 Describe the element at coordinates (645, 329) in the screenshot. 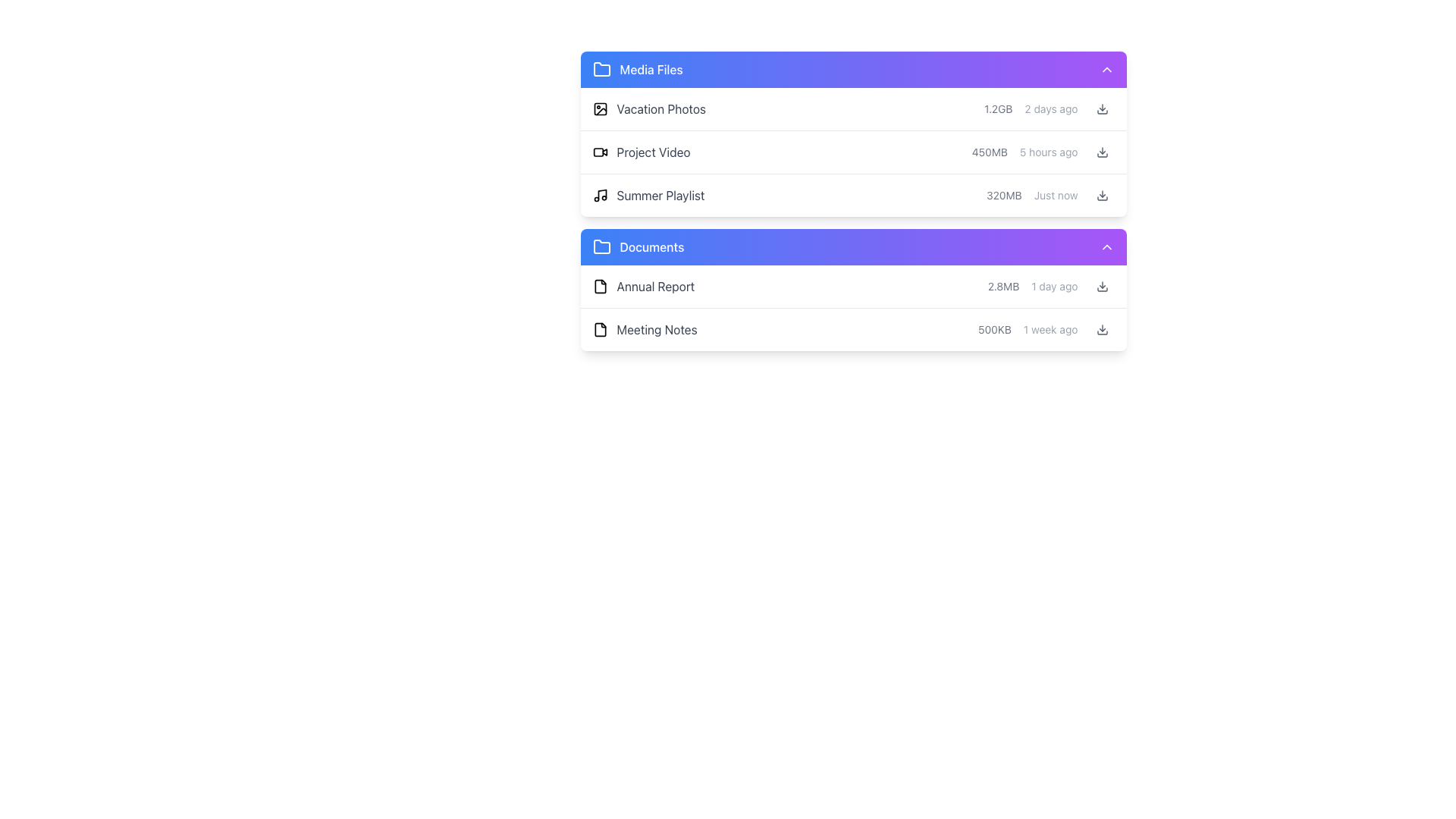

I see `the 'Meeting Notes' label with a document icon` at that location.